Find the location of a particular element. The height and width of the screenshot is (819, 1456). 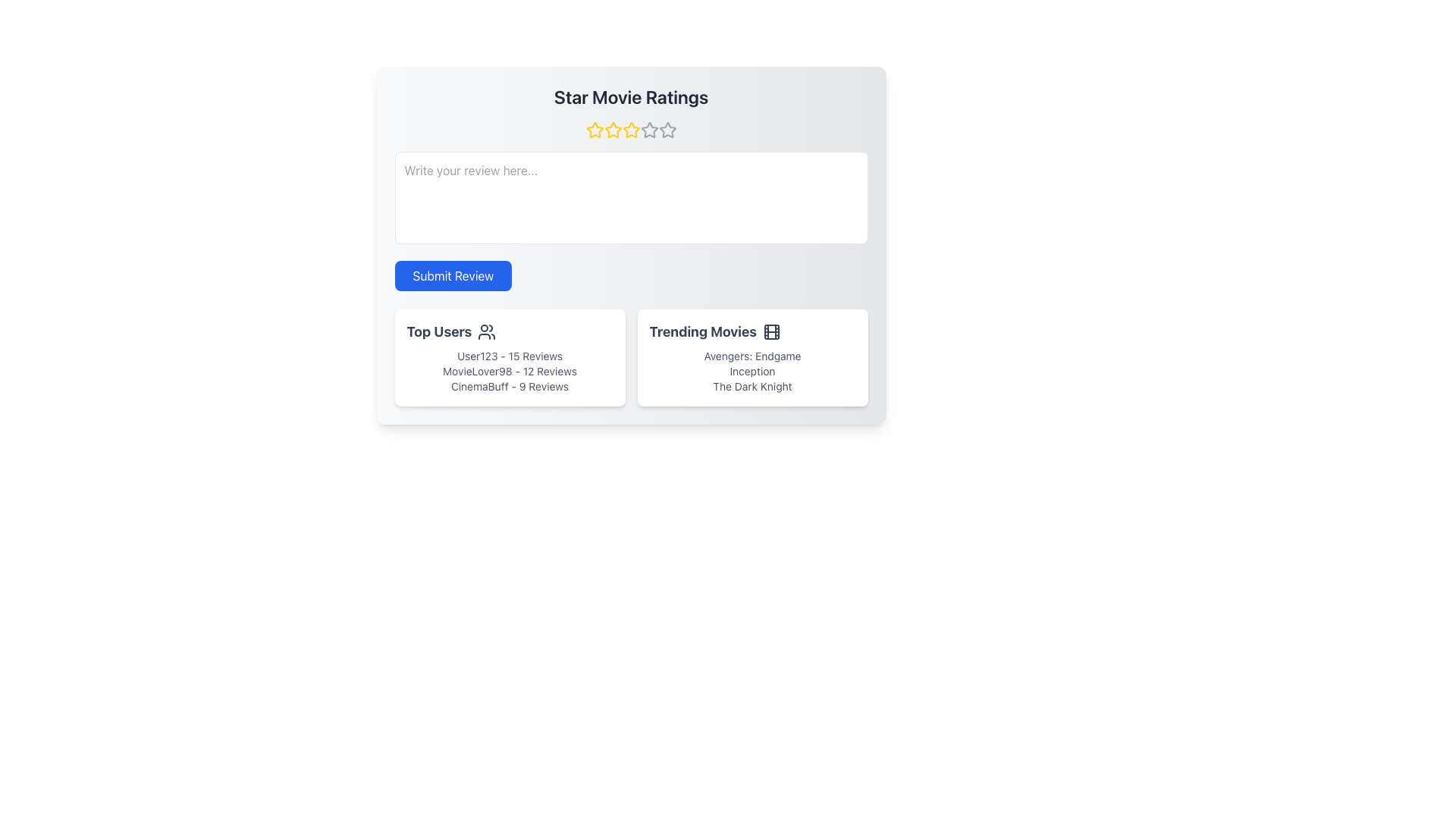

the second yellow star in the rating feature is located at coordinates (613, 129).